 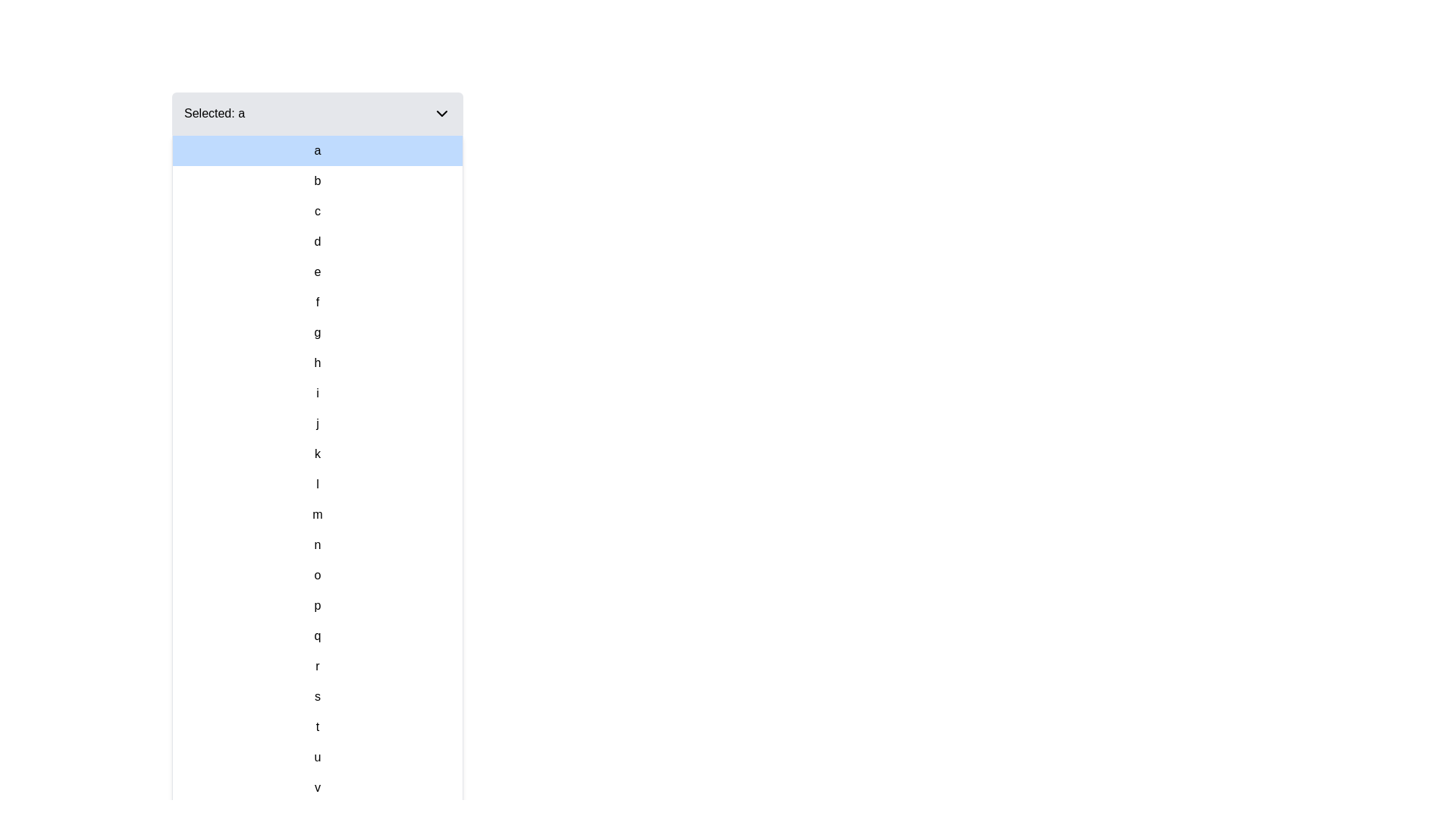 What do you see at coordinates (316, 666) in the screenshot?
I see `the text-based list item representing the letter 'r' in the dropdown list, which is positioned between 'q' and 's'` at bounding box center [316, 666].